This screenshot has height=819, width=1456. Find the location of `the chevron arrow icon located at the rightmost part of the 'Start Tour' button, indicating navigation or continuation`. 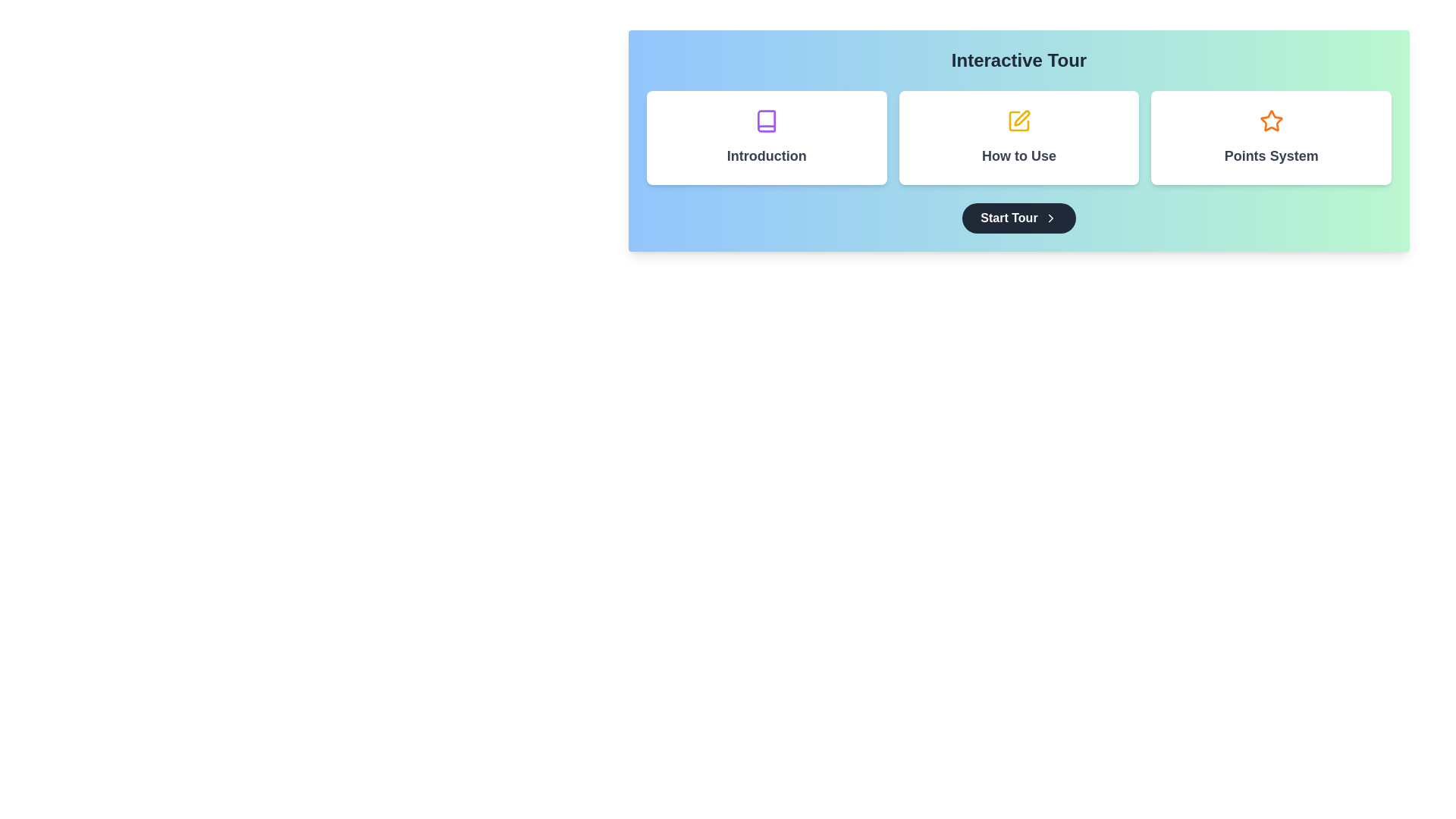

the chevron arrow icon located at the rightmost part of the 'Start Tour' button, indicating navigation or continuation is located at coordinates (1050, 218).